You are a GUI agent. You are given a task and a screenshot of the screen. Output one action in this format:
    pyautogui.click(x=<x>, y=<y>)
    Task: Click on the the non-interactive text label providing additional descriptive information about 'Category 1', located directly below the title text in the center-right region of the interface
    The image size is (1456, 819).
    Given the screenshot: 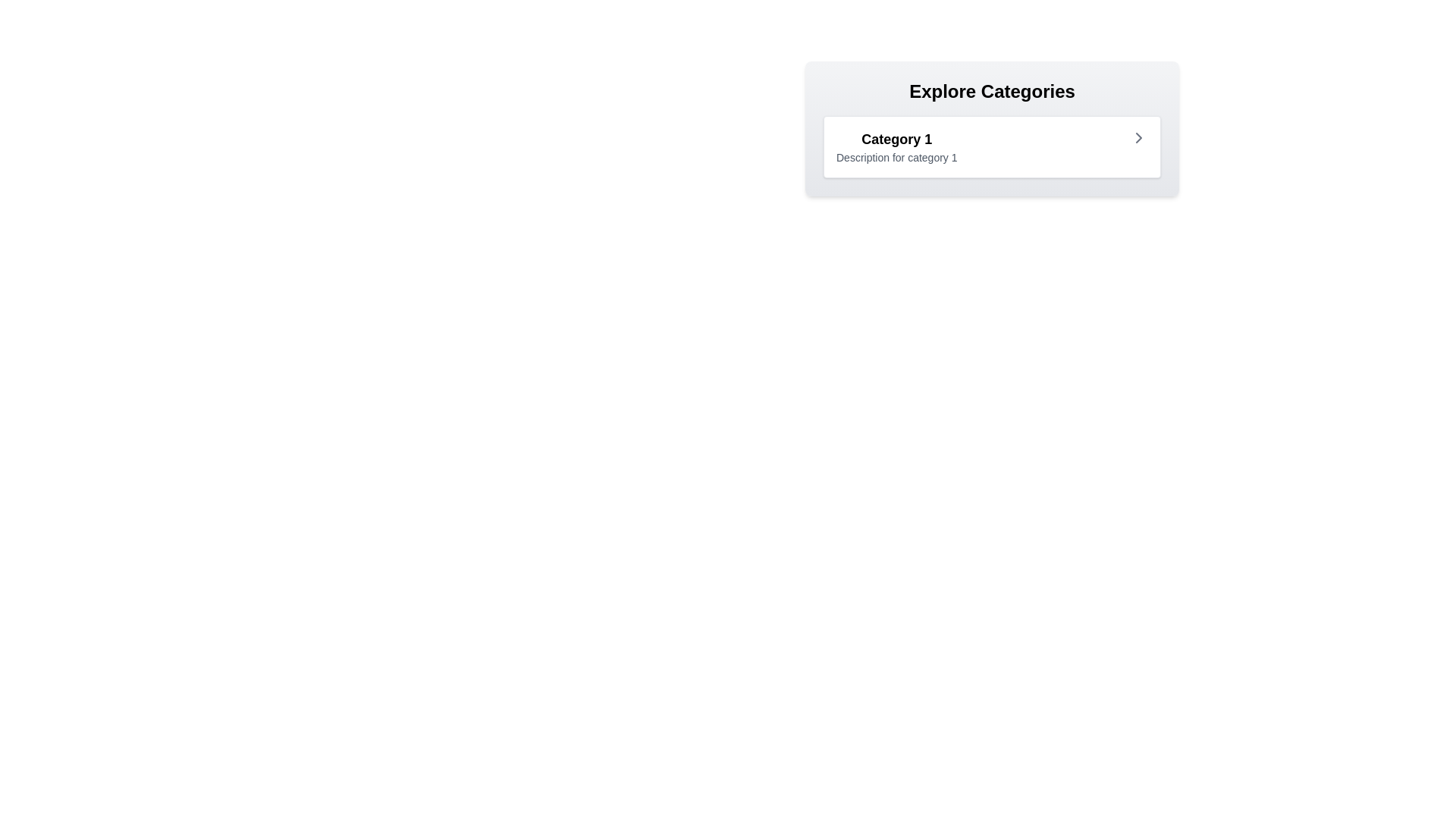 What is the action you would take?
    pyautogui.click(x=896, y=158)
    